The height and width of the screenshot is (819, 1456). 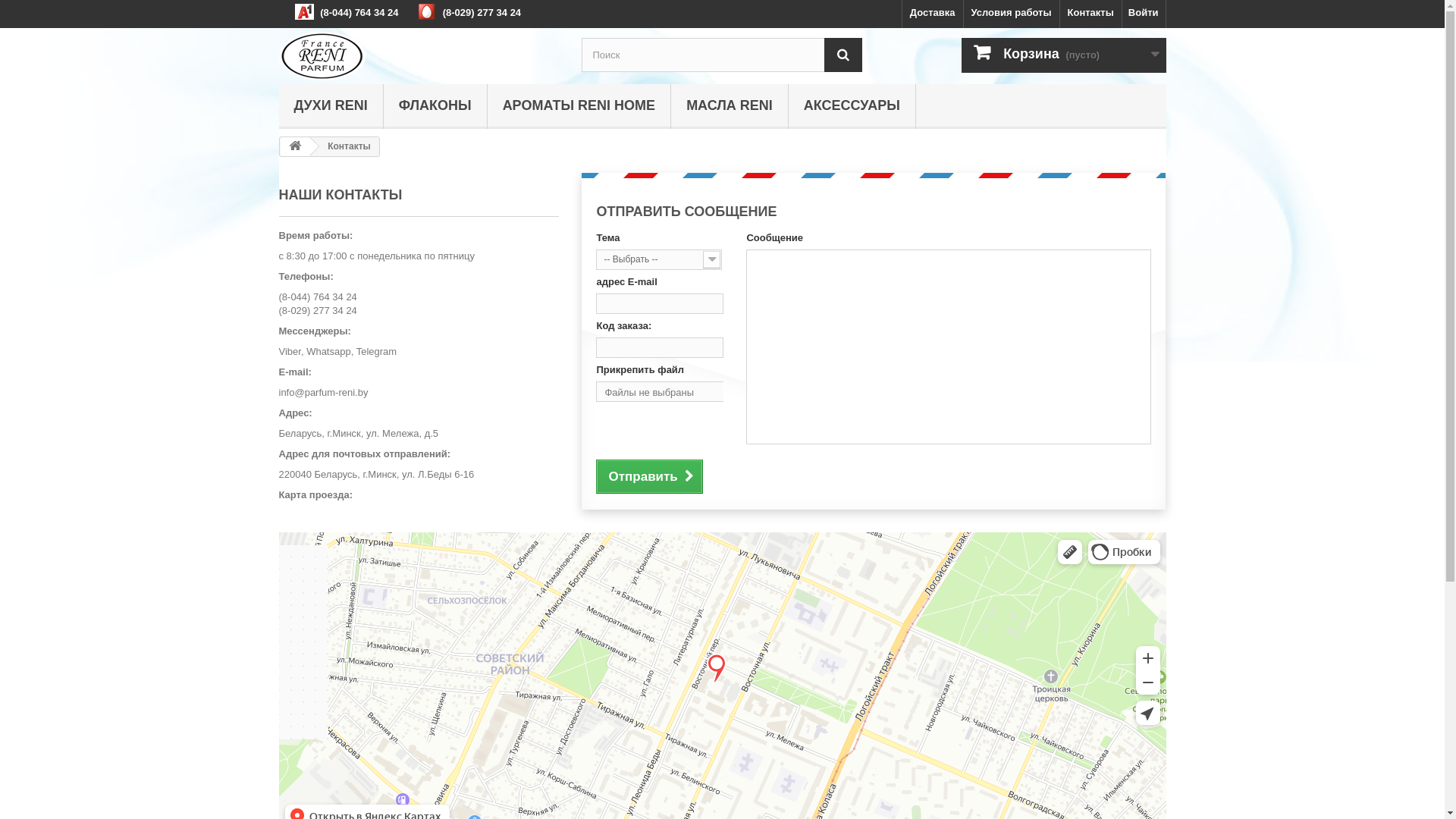 What do you see at coordinates (376, 351) in the screenshot?
I see `'Telegram'` at bounding box center [376, 351].